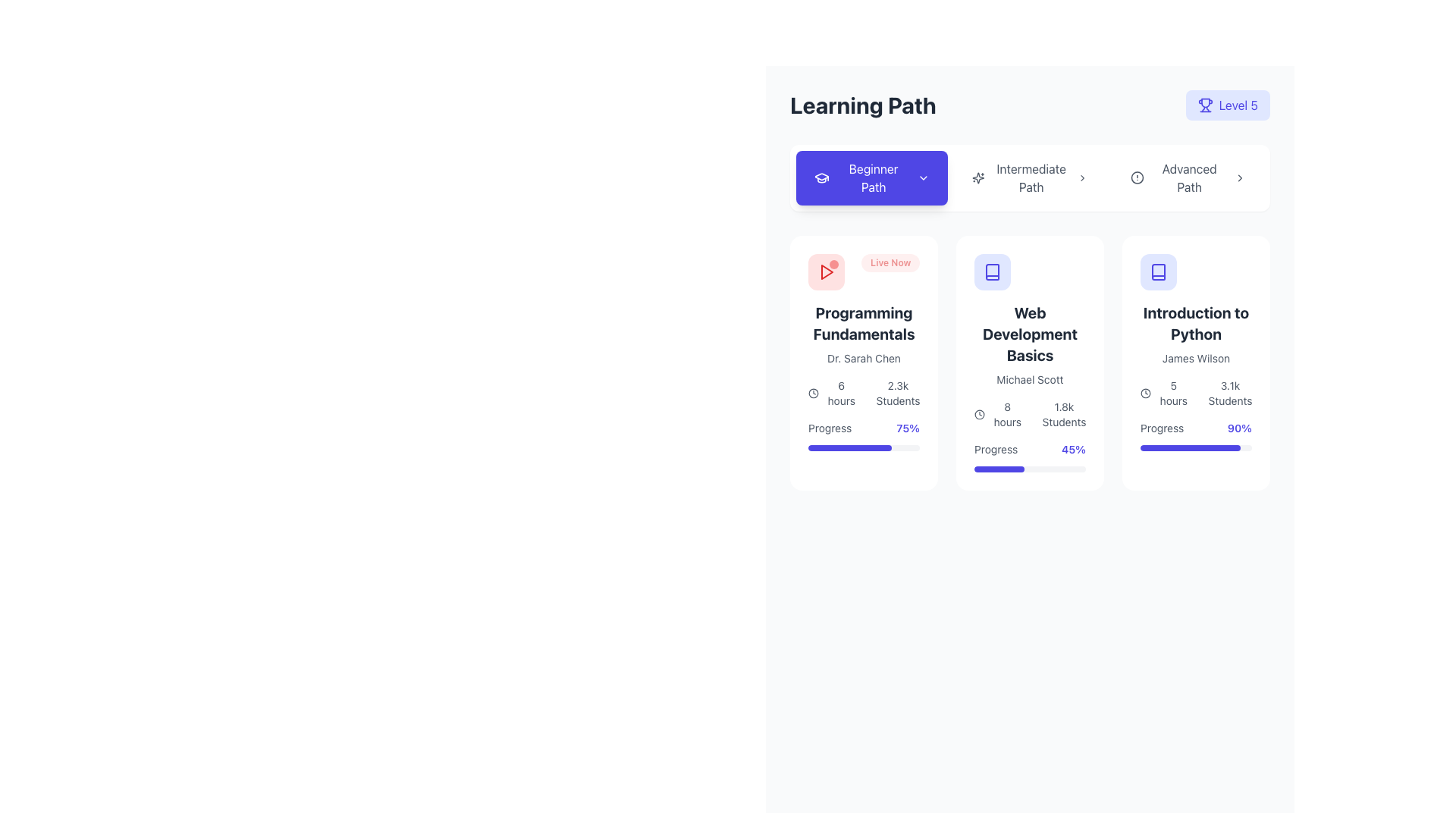  I want to click on the trophy icon located in the top-right corner of the interface, adjacent to the 'Level 5' text label, so click(1204, 104).